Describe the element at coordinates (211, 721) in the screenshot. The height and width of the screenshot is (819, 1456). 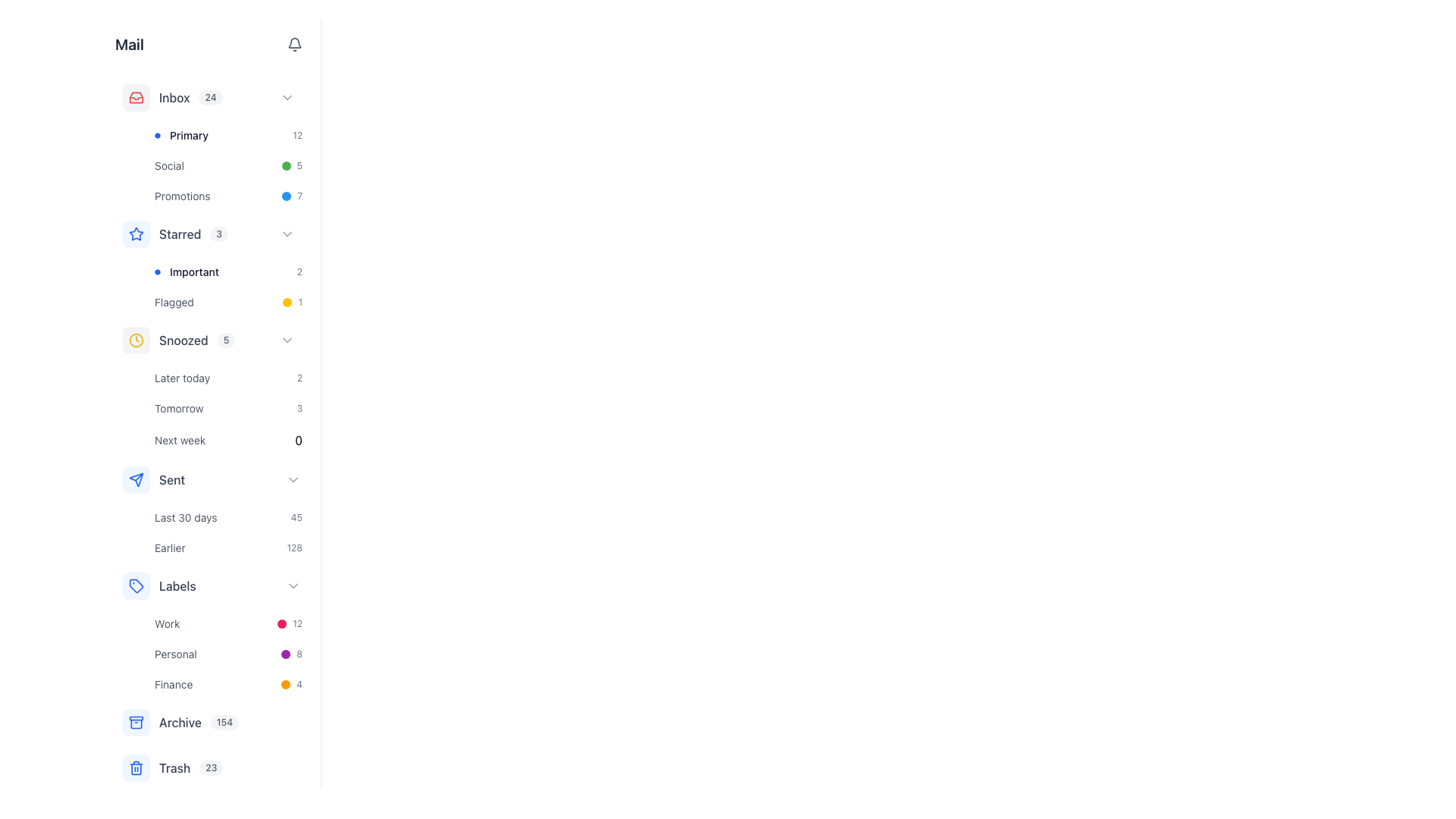
I see `the 'Archive' menu item, which displays the number of items assigned to it, located under the 'Labels' section and above the 'Trash' section` at that location.